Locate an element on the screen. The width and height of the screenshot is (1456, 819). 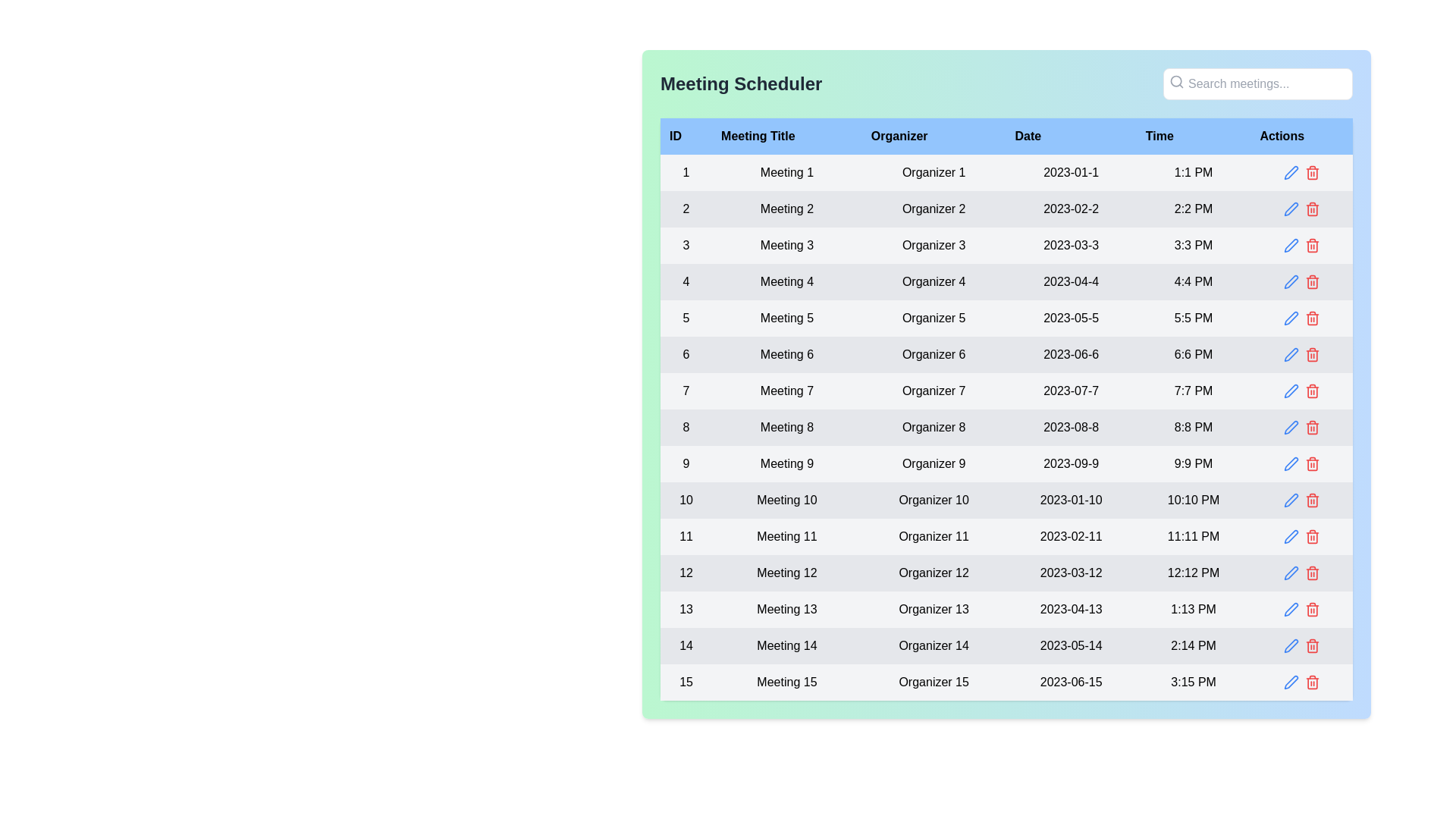
the Text label displaying '15' located in the ID column of the 15th row in the table is located at coordinates (686, 681).